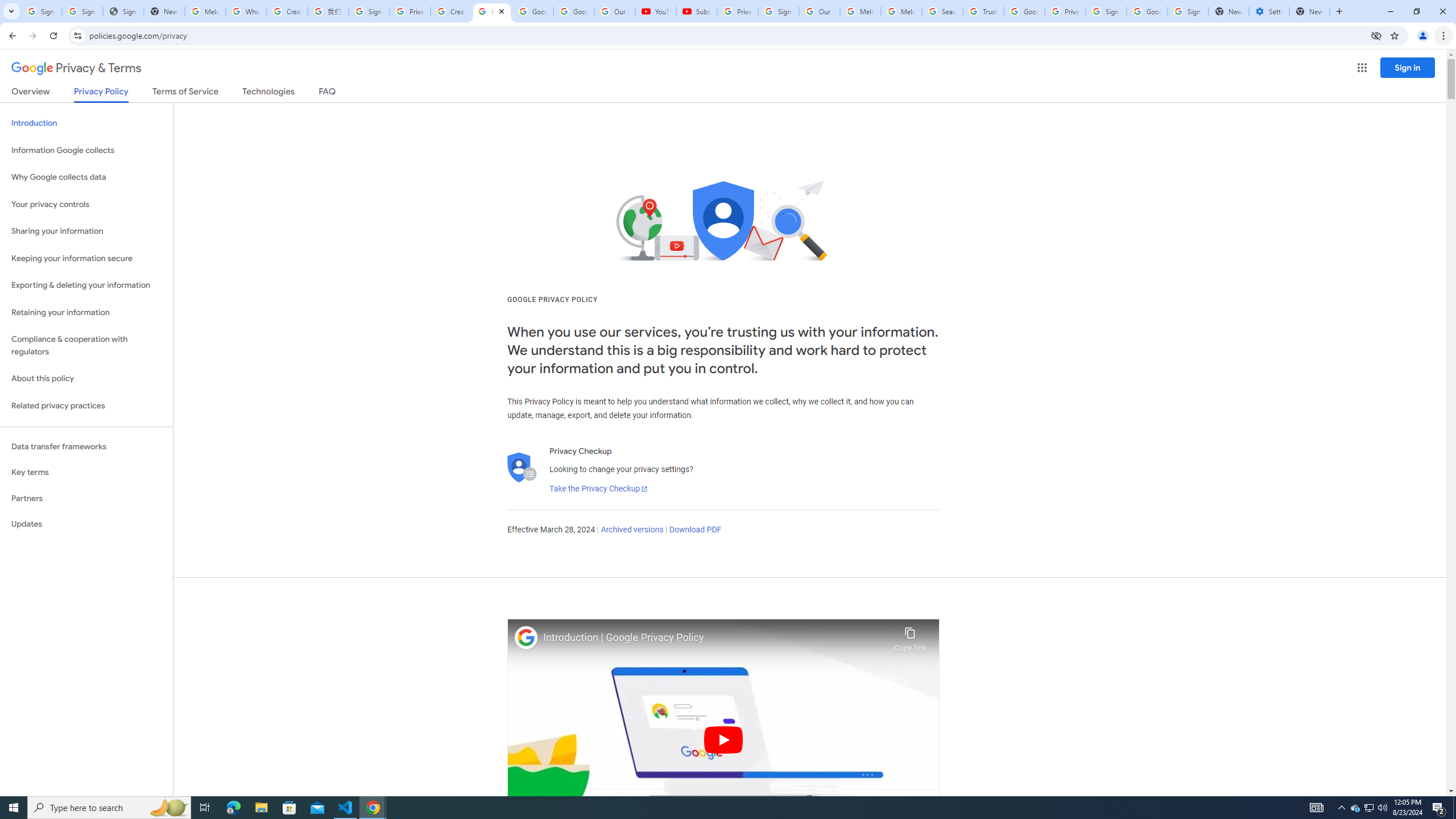  What do you see at coordinates (86, 312) in the screenshot?
I see `'Retaining your information'` at bounding box center [86, 312].